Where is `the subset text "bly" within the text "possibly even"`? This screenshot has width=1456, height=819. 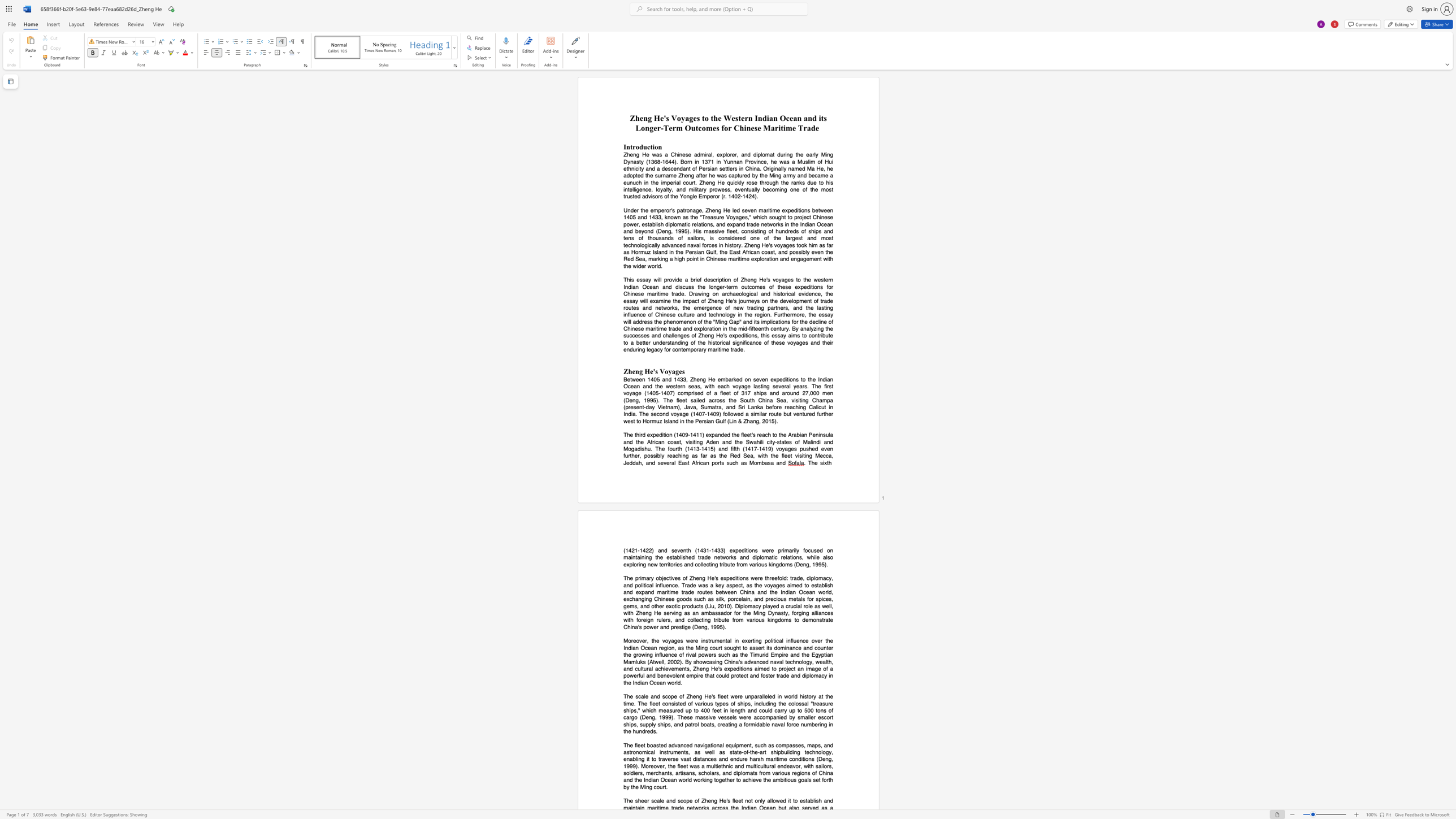 the subset text "bly" within the text "possibly even" is located at coordinates (802, 252).